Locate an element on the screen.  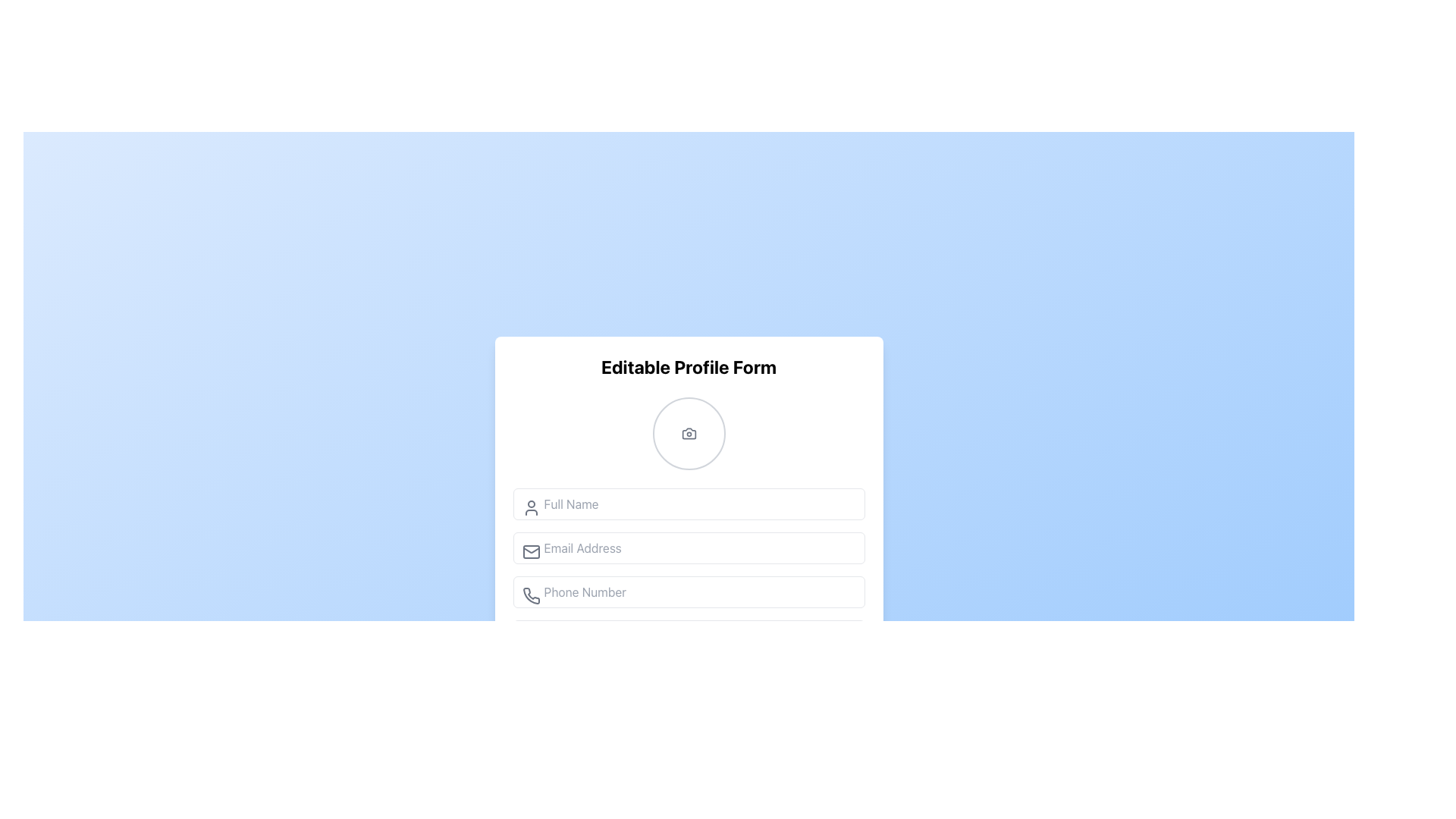
the static text label styled as a heading, which serves as the title for the form located at the top of a rounded white card against a blue gradient background is located at coordinates (688, 366).